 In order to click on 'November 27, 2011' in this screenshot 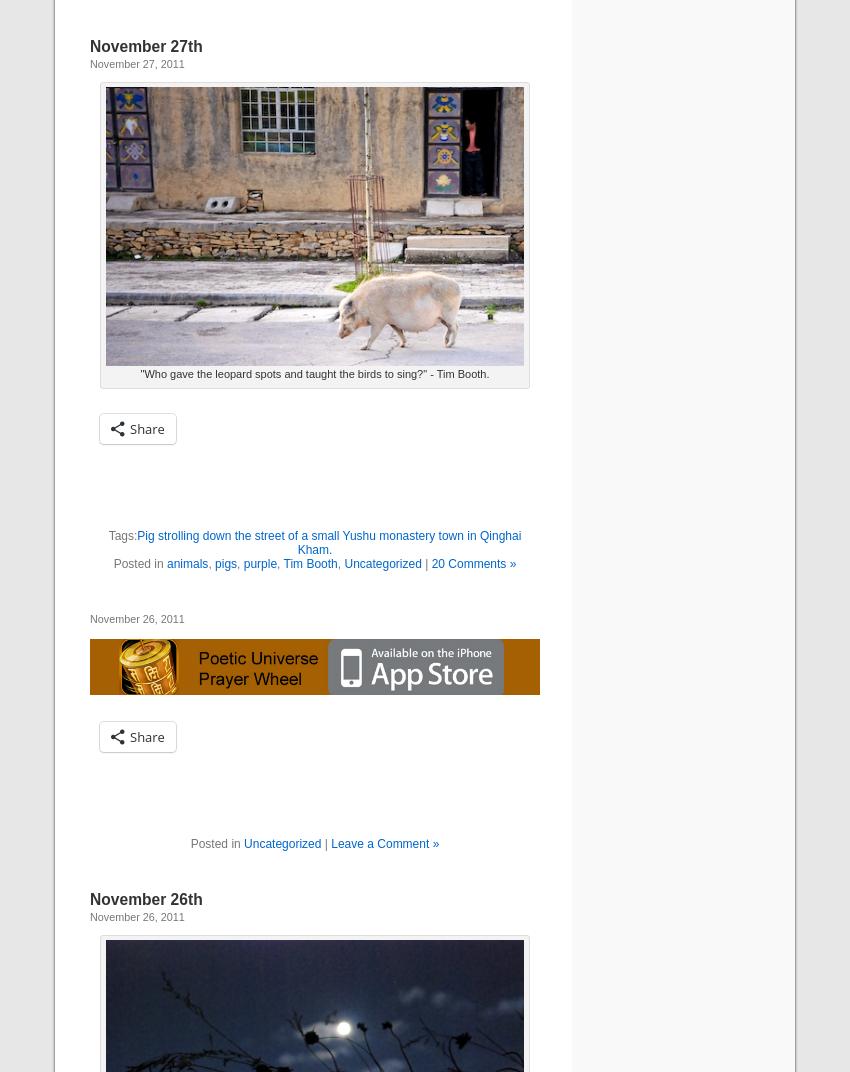, I will do `click(137, 62)`.